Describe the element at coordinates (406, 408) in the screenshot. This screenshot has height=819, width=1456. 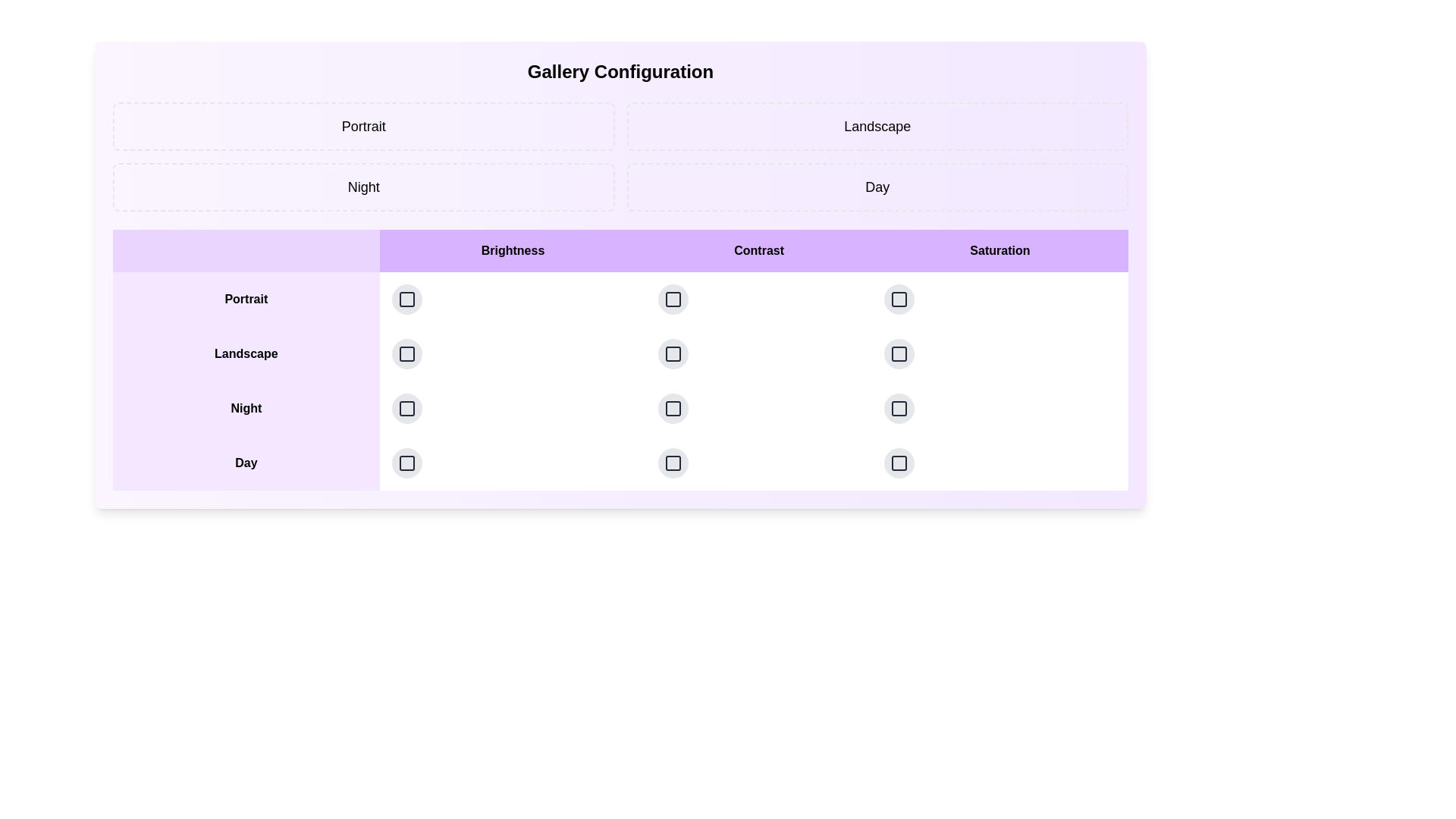
I see `the checkbox located in the second column and third row under the 'Brightness' heading` at that location.